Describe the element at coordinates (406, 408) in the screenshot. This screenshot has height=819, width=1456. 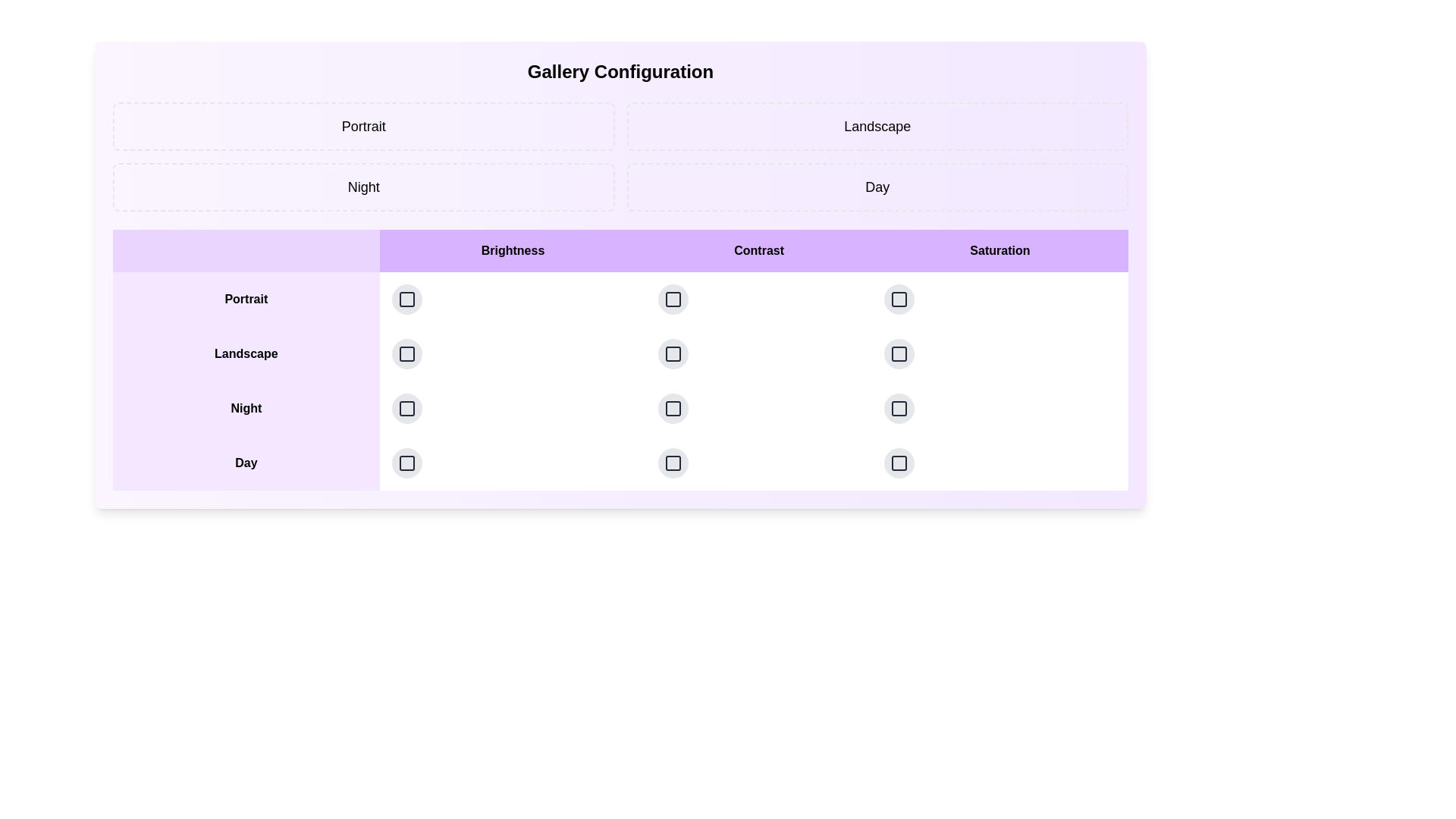
I see `the checkbox located in the second column and third row under the 'Brightness' heading` at that location.